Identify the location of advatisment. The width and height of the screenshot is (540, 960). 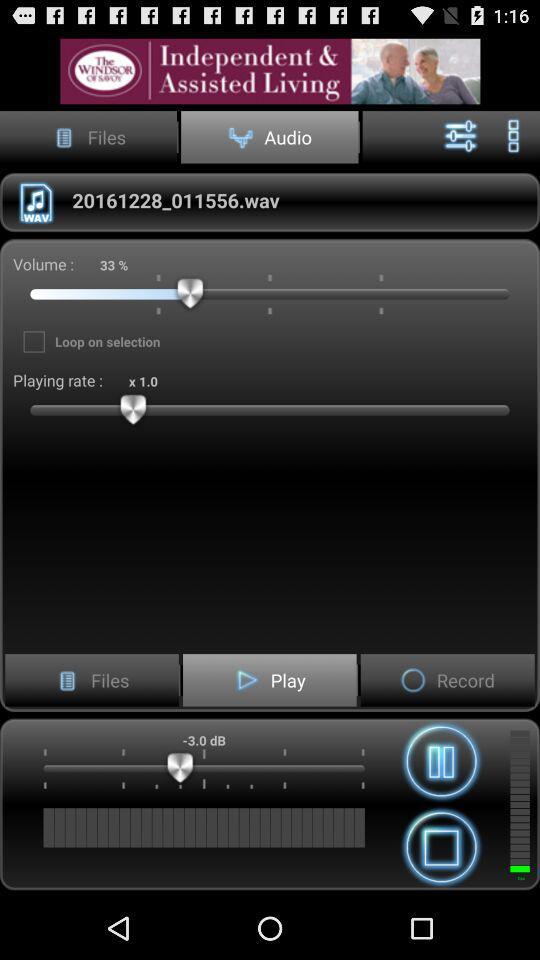
(270, 71).